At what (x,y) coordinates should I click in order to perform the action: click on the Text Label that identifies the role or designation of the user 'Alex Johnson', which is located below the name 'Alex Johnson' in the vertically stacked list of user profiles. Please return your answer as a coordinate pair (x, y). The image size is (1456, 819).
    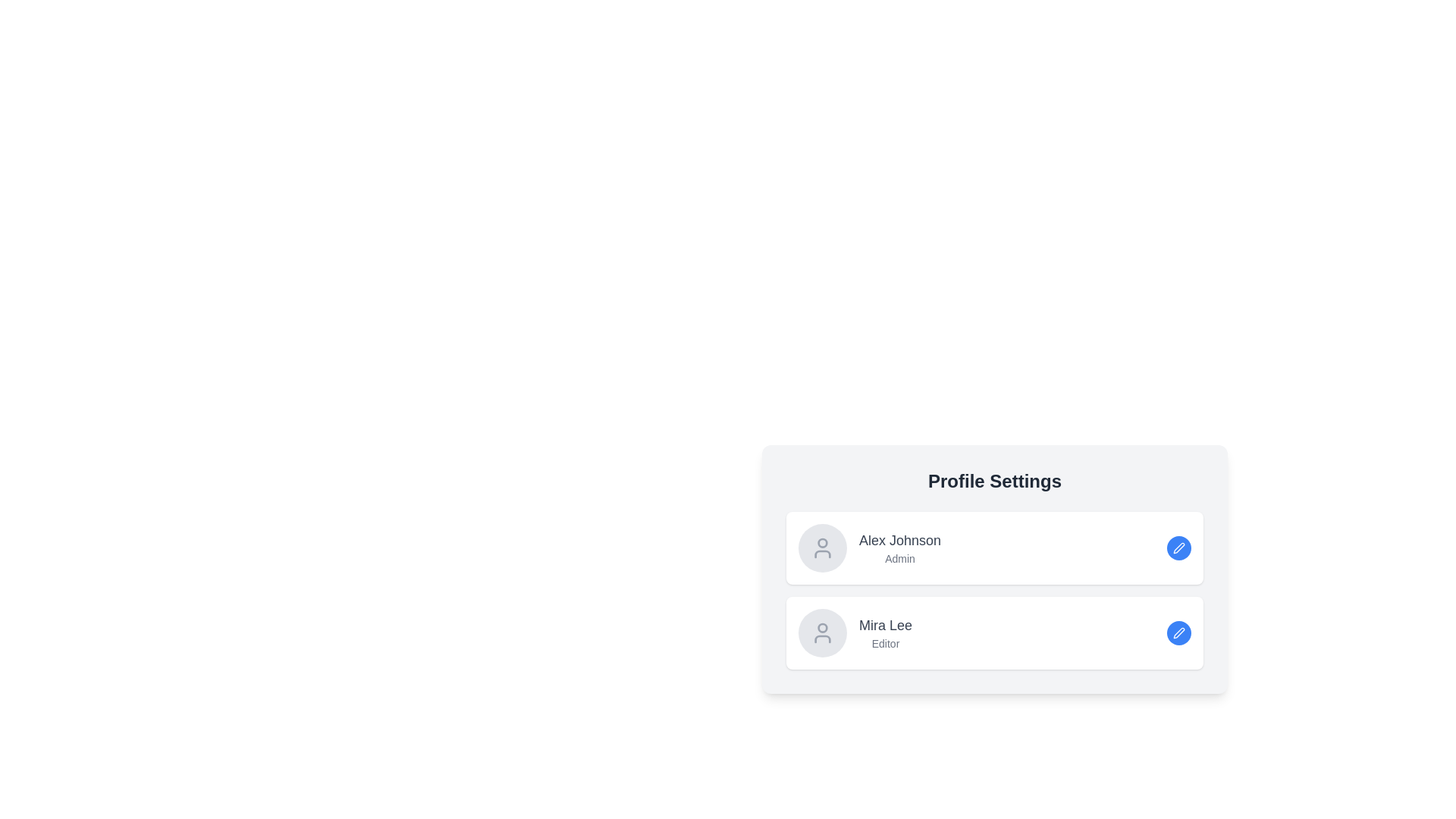
    Looking at the image, I should click on (899, 558).